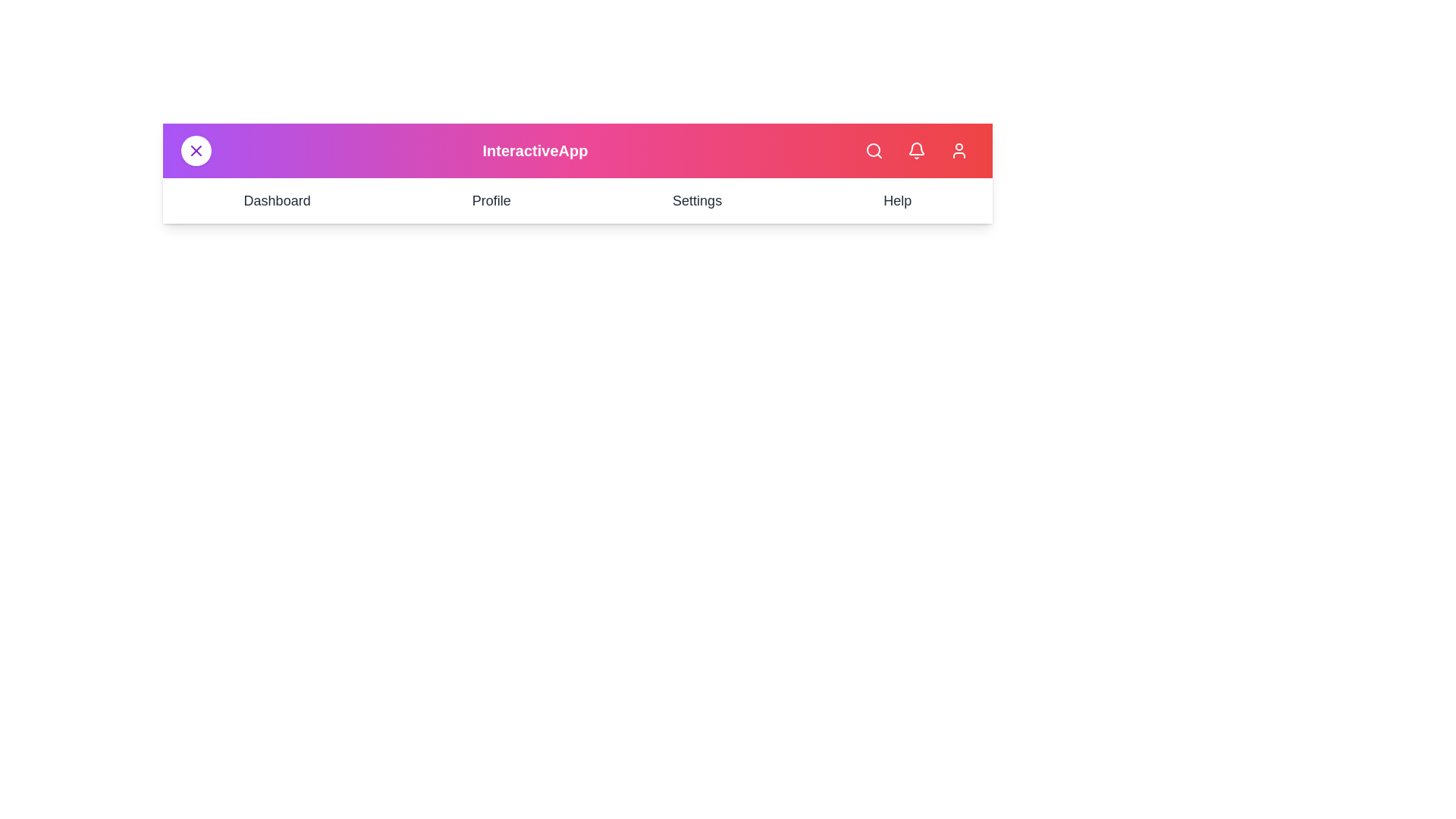 Image resolution: width=1456 pixels, height=819 pixels. I want to click on the bell icon to view notifications, so click(916, 151).